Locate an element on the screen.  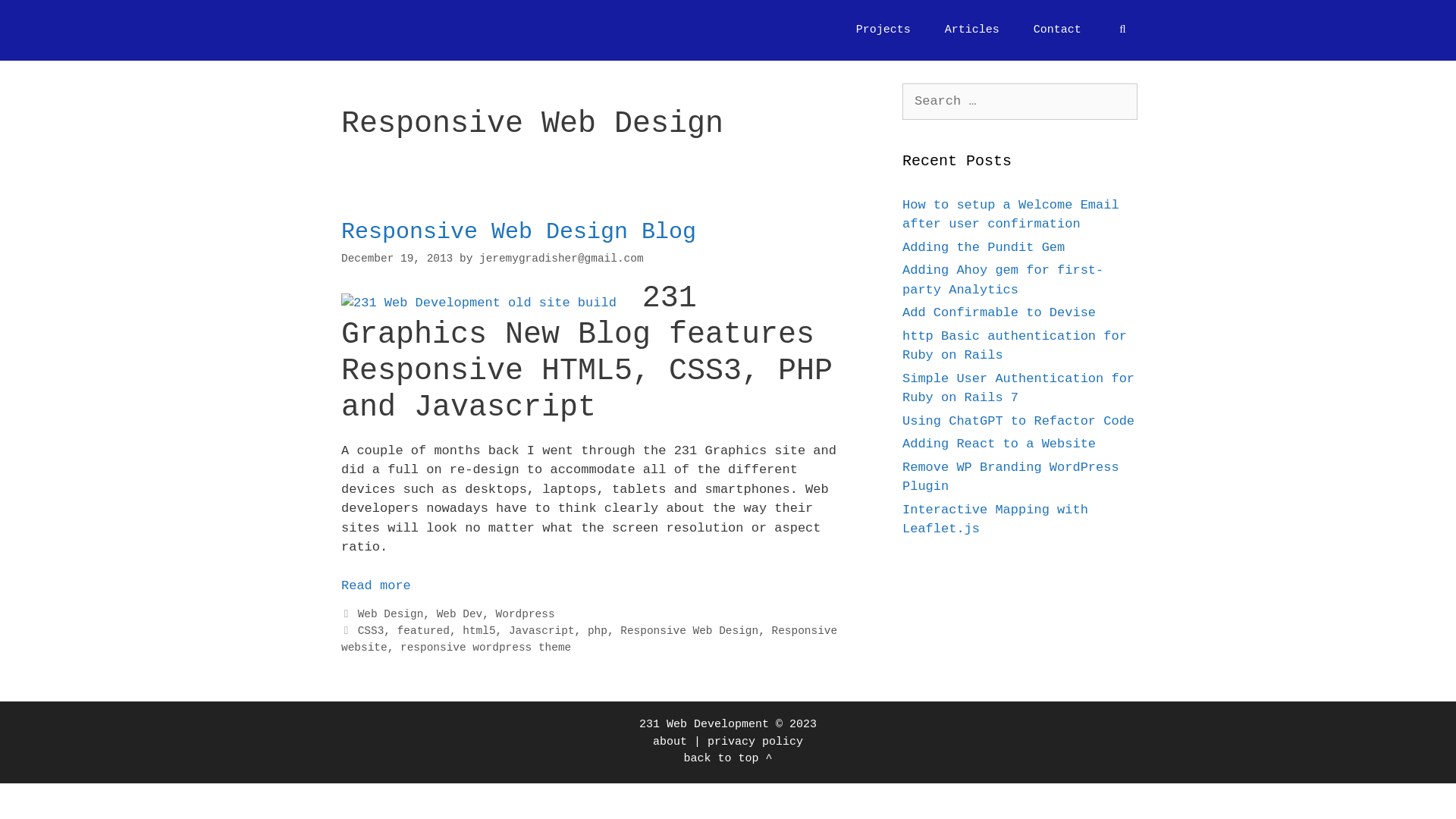
'featured' is located at coordinates (397, 631).